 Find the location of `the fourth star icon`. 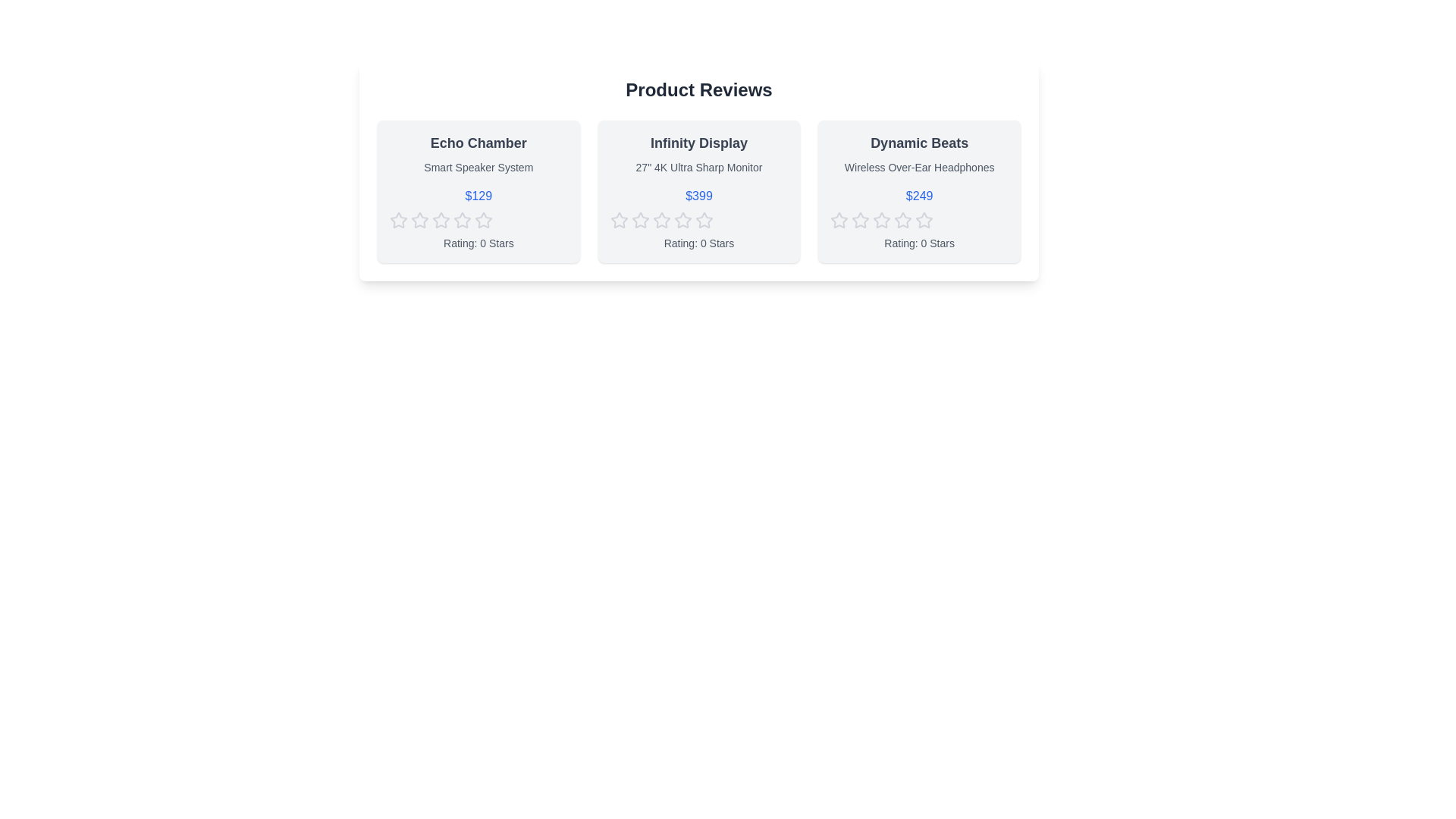

the fourth star icon is located at coordinates (703, 220).